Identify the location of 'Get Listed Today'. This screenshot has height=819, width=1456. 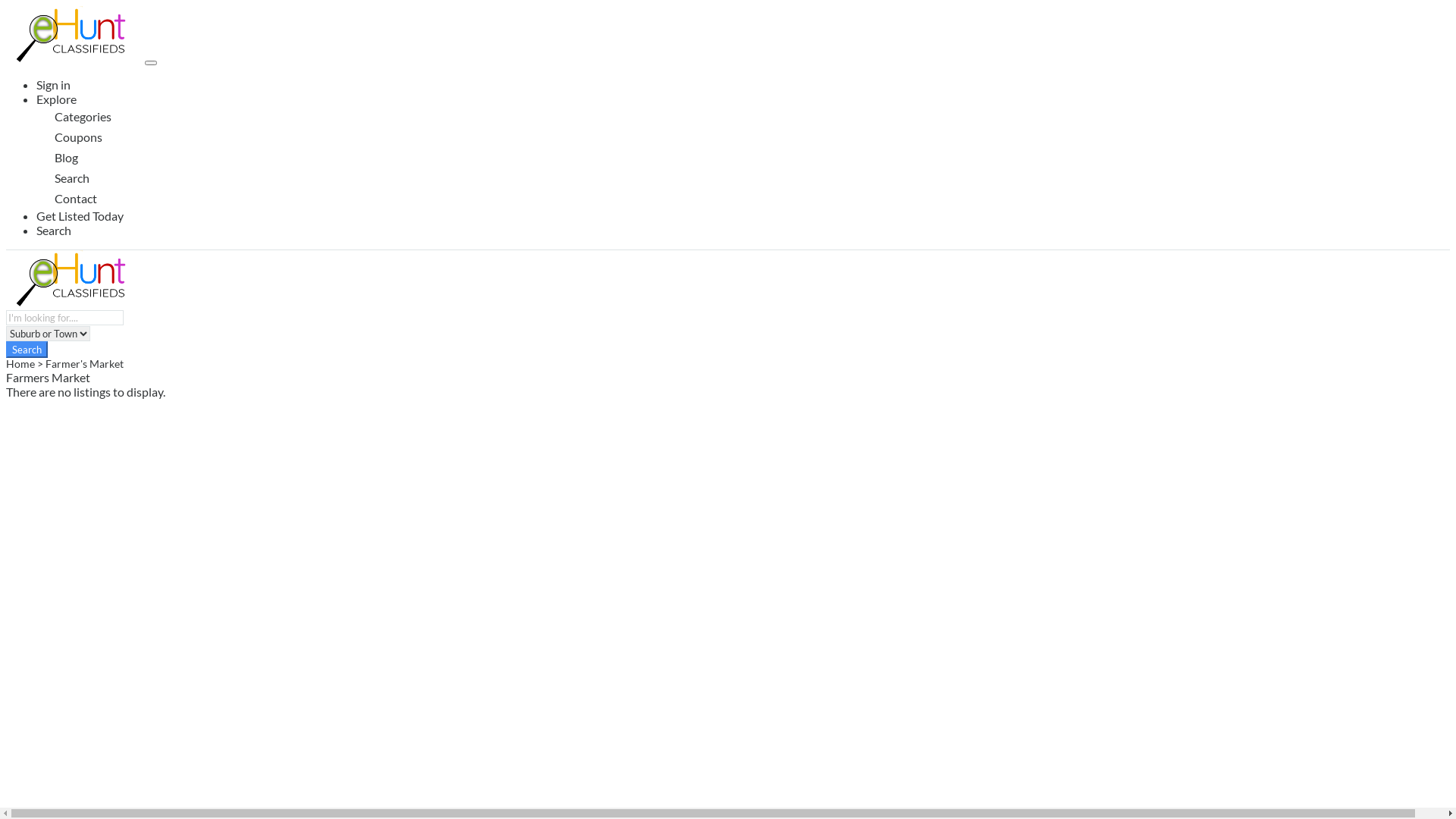
(79, 215).